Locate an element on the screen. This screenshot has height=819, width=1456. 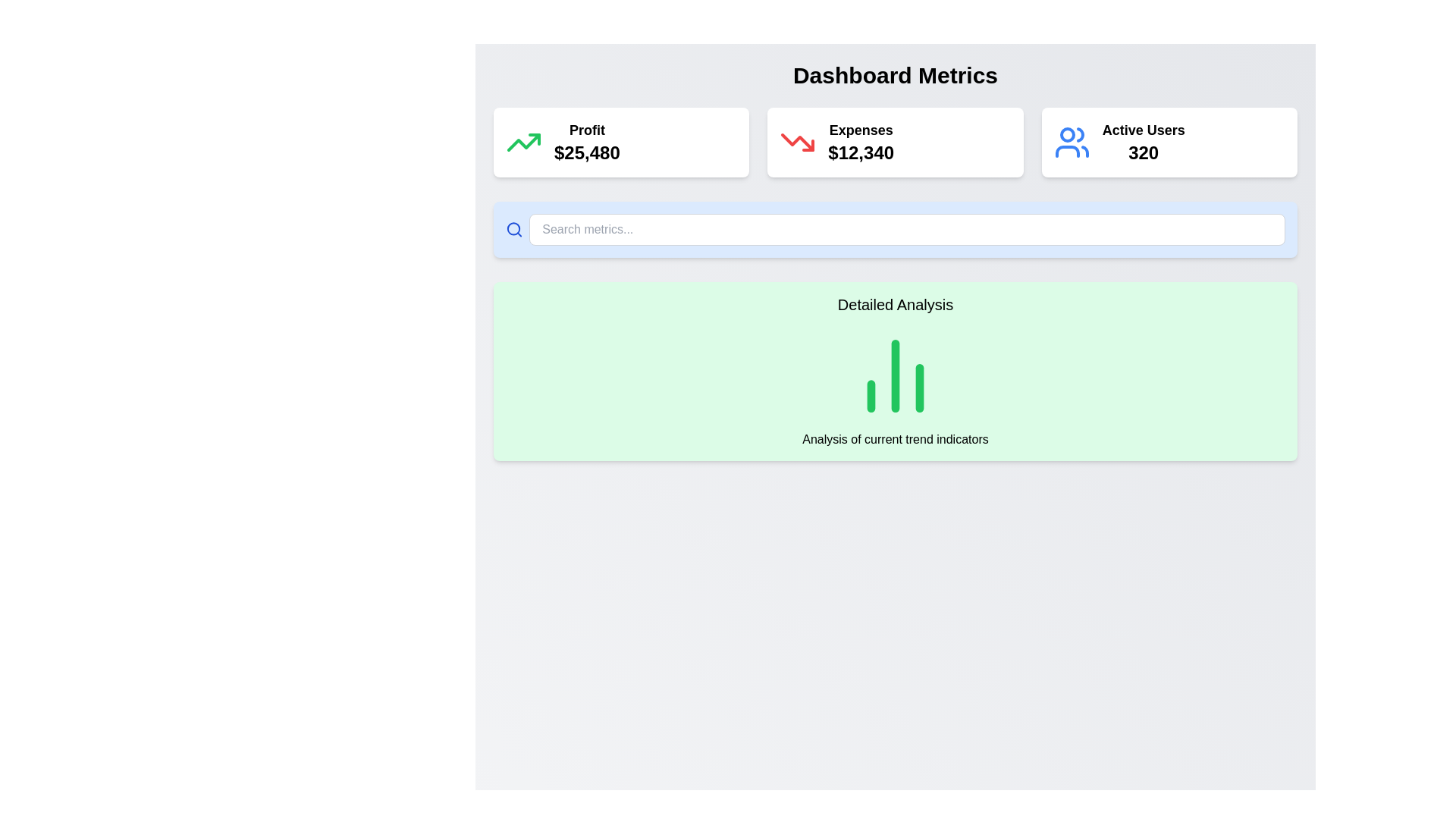
contents of the Information display card that summarizes expenses, which is located in the second column of a three-column layout between the 'Profit' card and 'Active Users' card is located at coordinates (895, 143).